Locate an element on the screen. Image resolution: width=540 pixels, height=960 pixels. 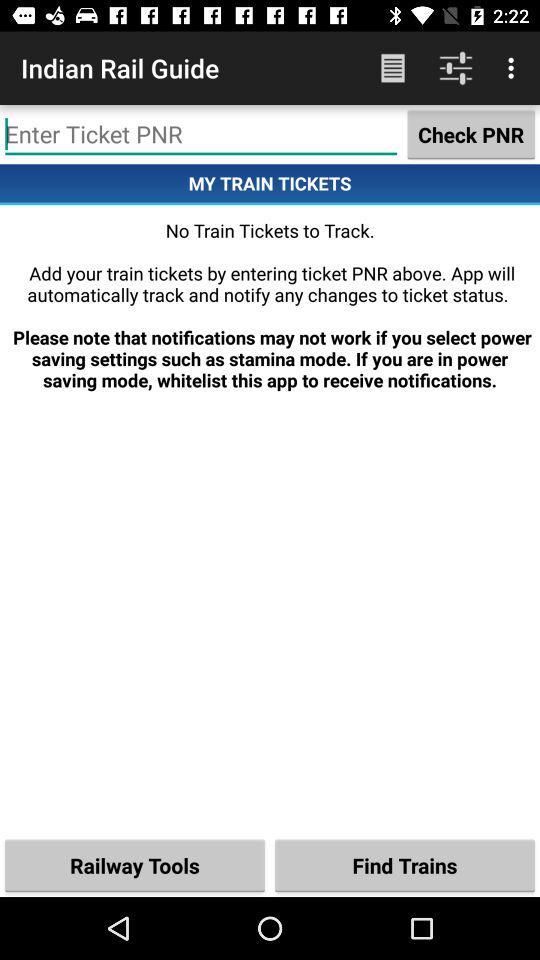
item above my train tickets icon is located at coordinates (201, 133).